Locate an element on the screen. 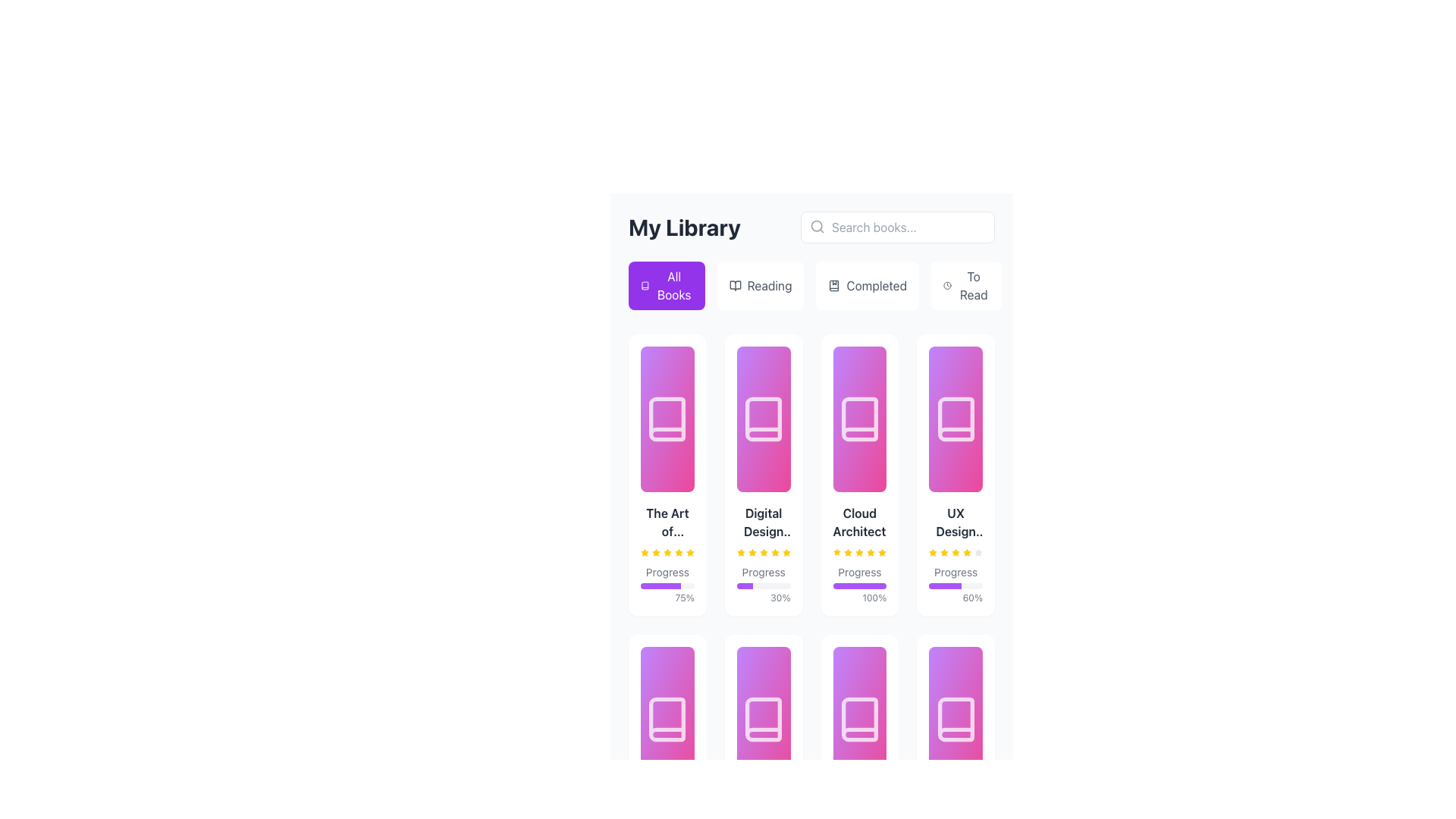 This screenshot has width=1456, height=819. the star icon in the rating system for the book titled 'The Art of', which is located just below the book cover thumbnail is located at coordinates (645, 552).